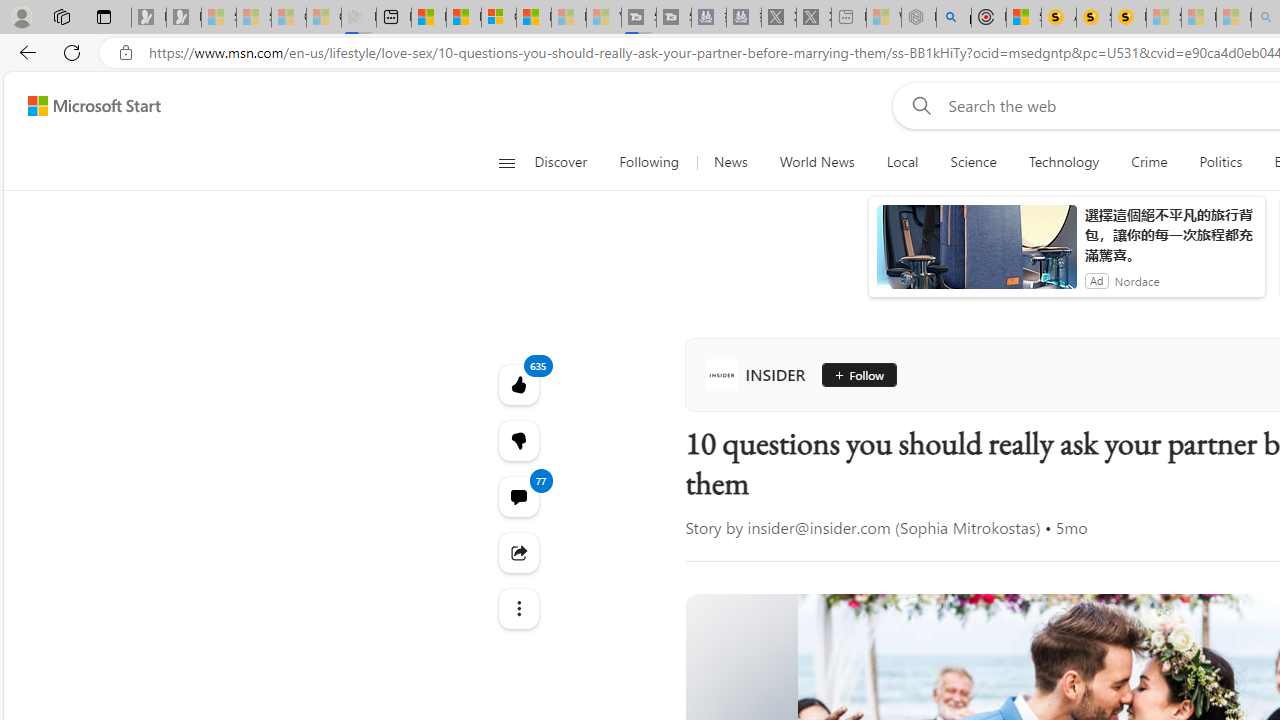  What do you see at coordinates (901, 162) in the screenshot?
I see `'Local'` at bounding box center [901, 162].